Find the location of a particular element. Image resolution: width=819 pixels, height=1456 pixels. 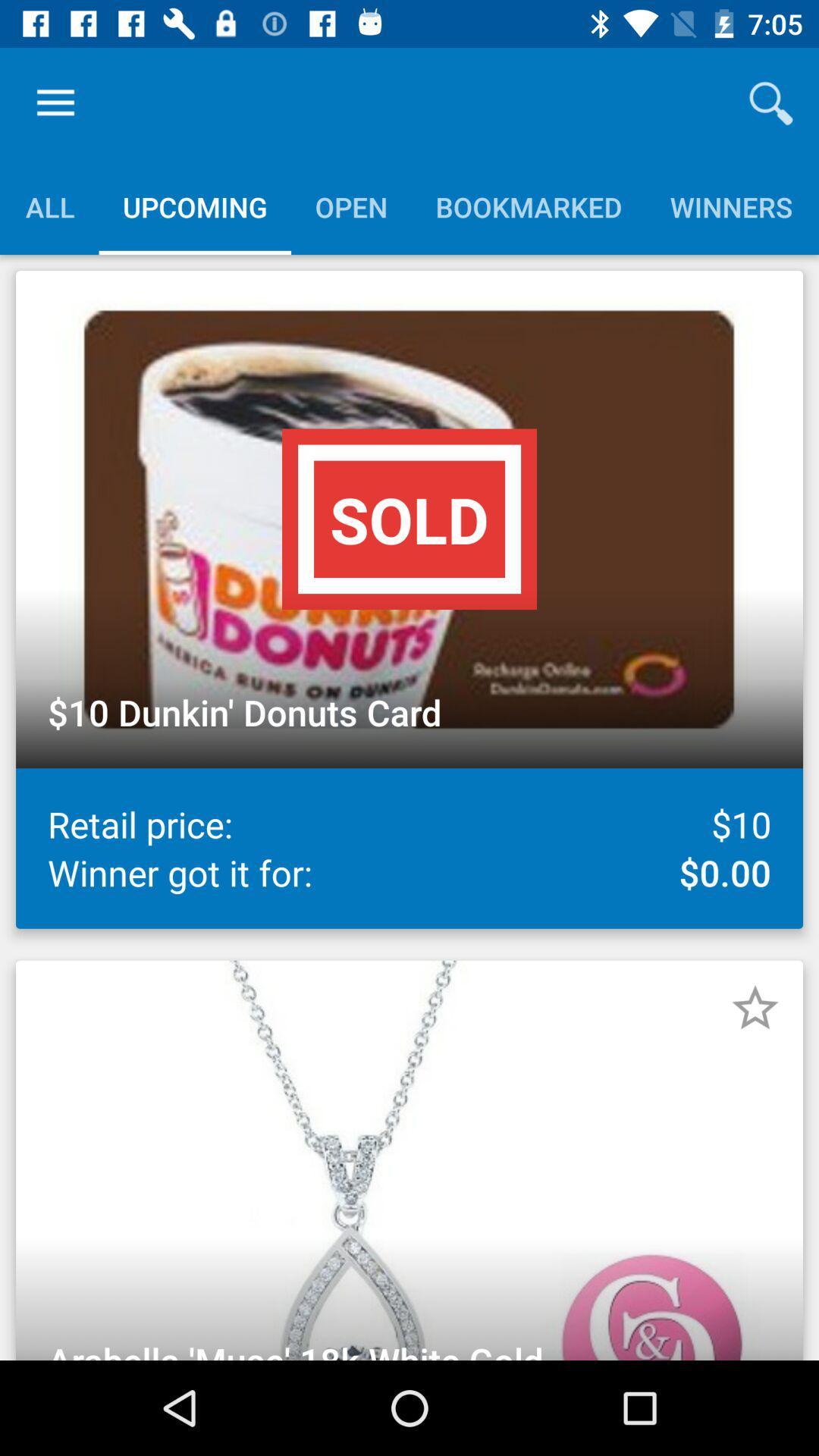

icon above all icon is located at coordinates (55, 102).